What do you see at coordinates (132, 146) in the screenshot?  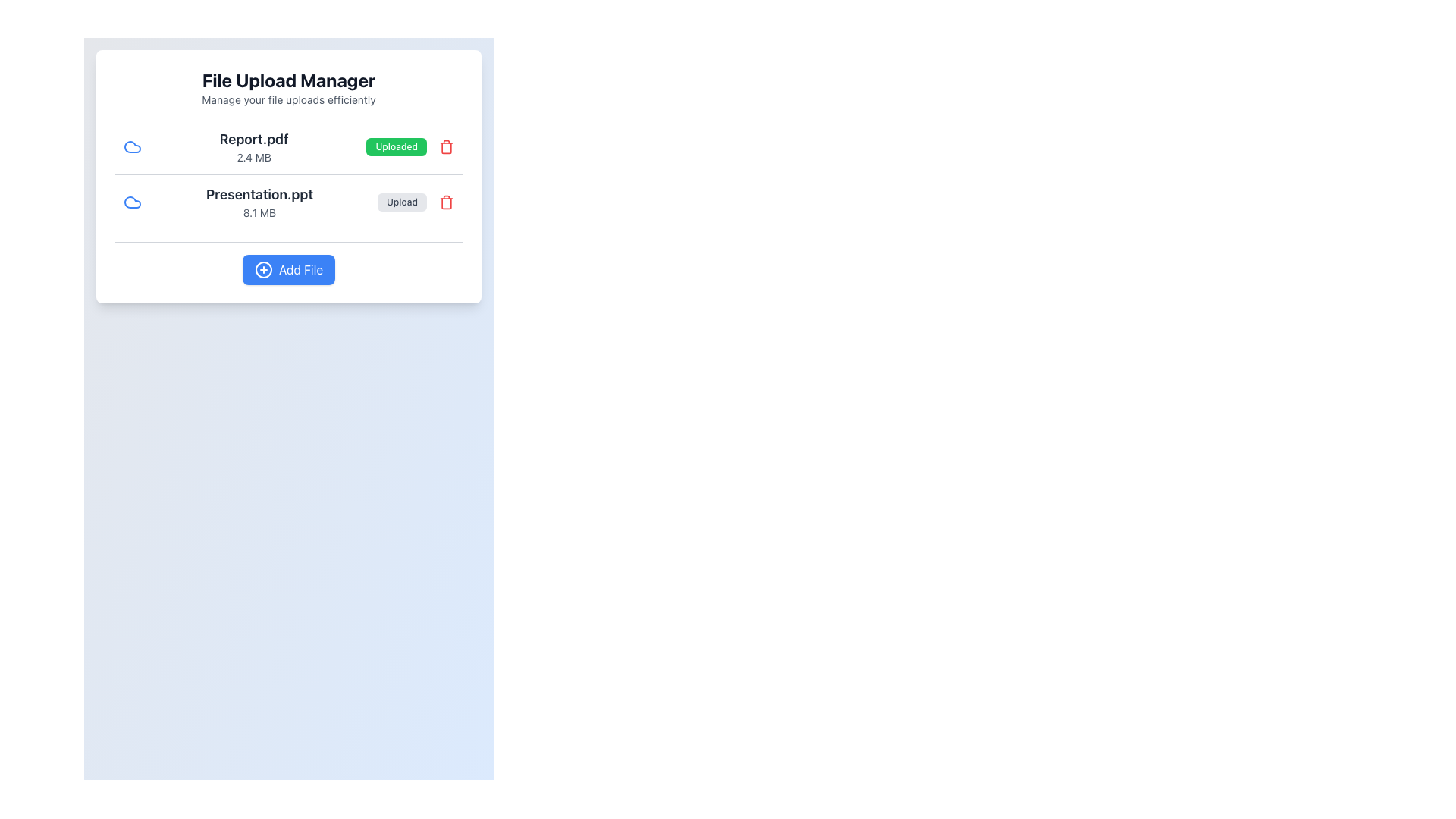 I see `the blue cloud-shaped icon representing the file 'Report.pdf' in the 'Uploaded' section` at bounding box center [132, 146].